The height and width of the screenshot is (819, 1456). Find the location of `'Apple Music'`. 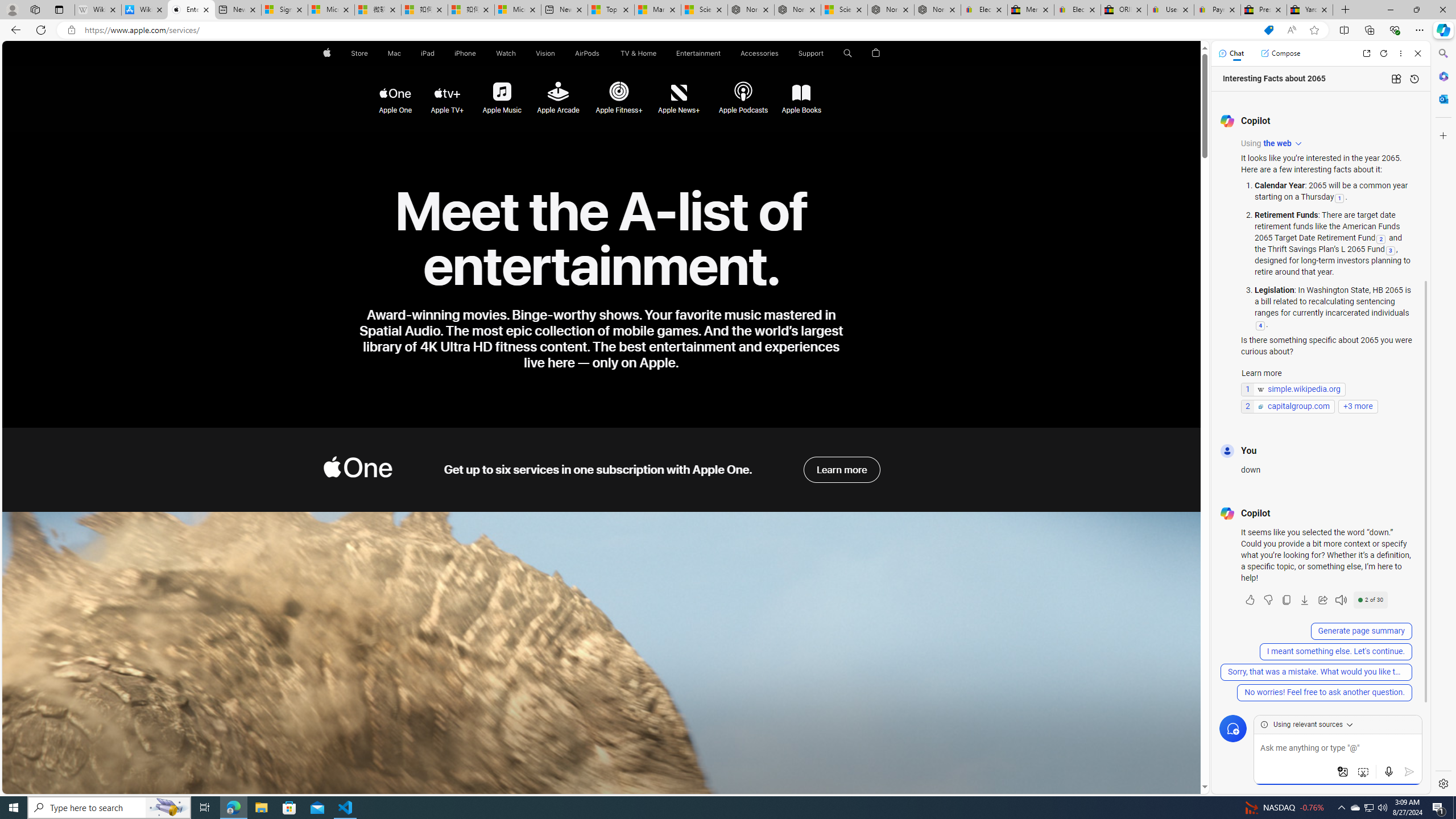

'Apple Music' is located at coordinates (500, 92).